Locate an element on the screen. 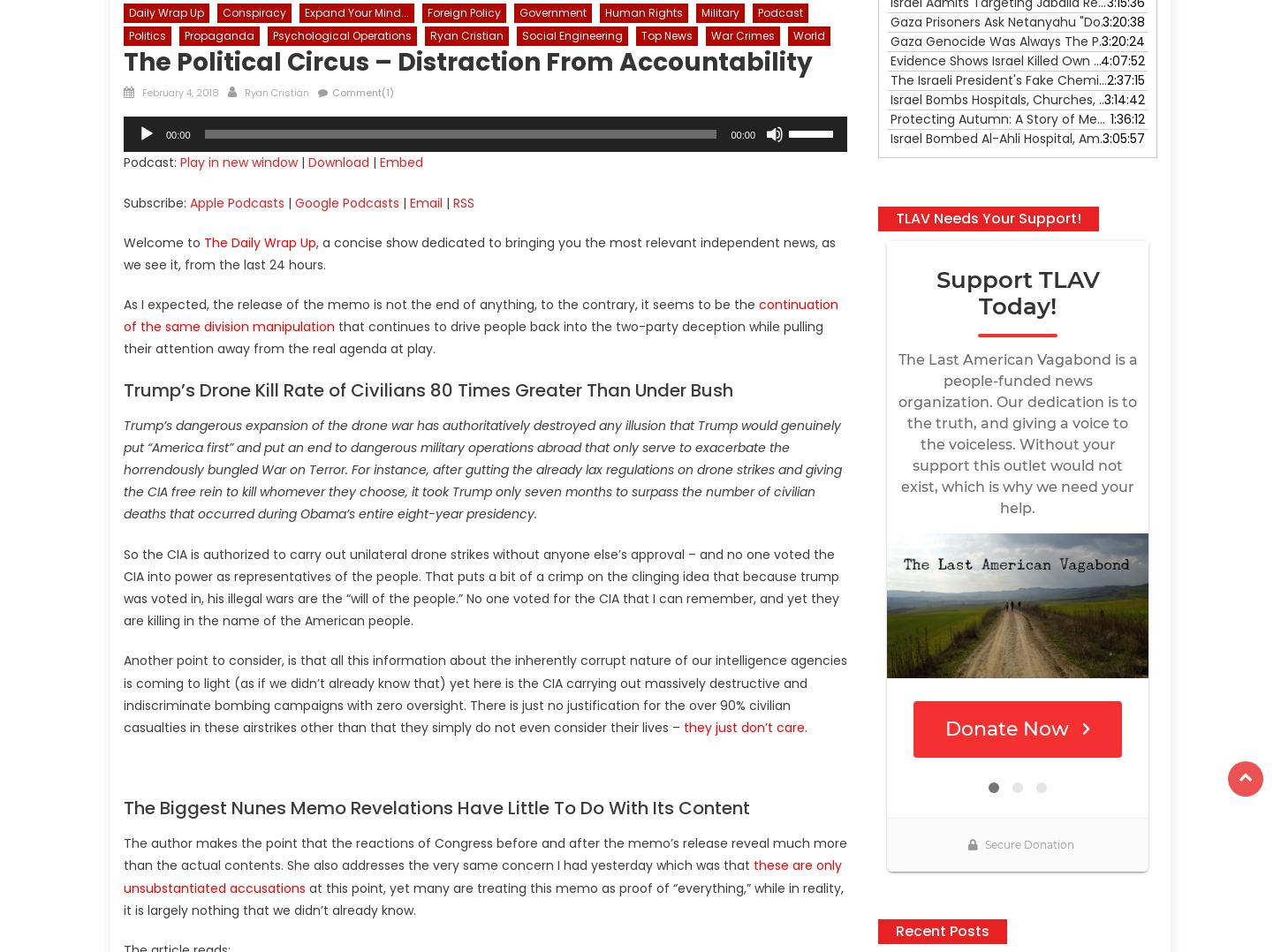  'RSS' is located at coordinates (453, 201).